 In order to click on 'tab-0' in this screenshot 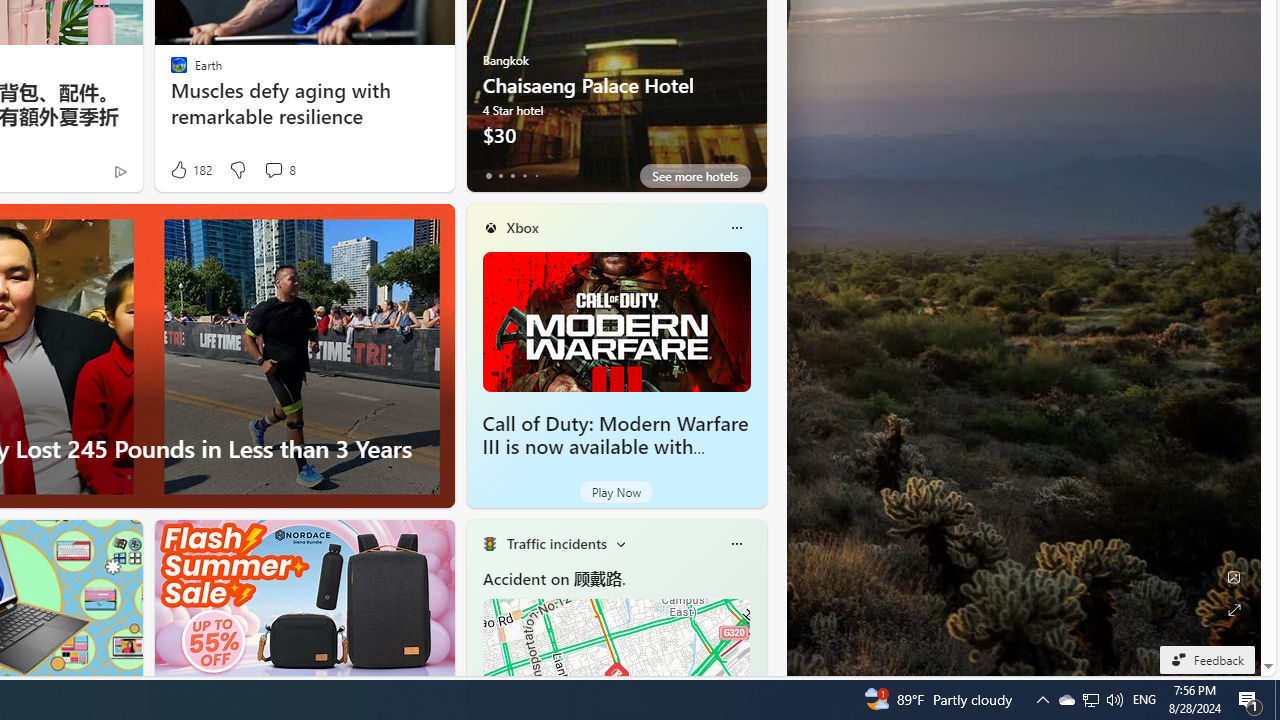, I will do `click(488, 175)`.